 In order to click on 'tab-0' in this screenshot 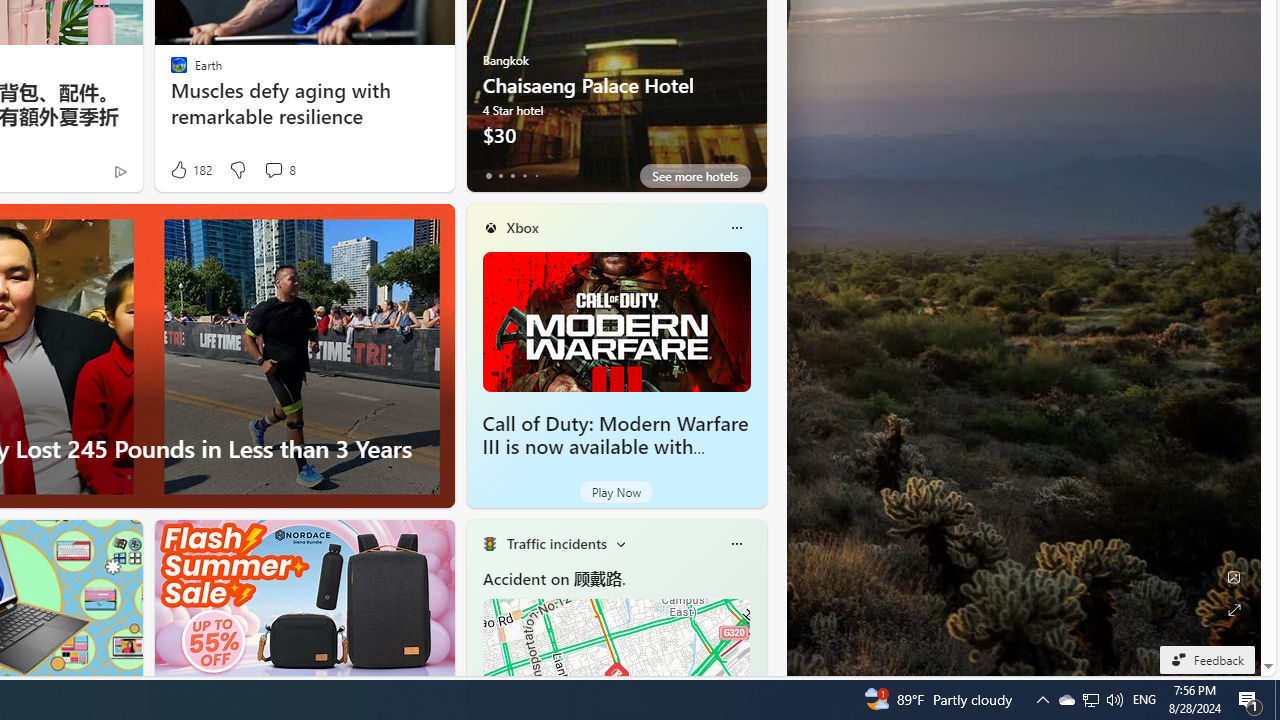, I will do `click(488, 175)`.